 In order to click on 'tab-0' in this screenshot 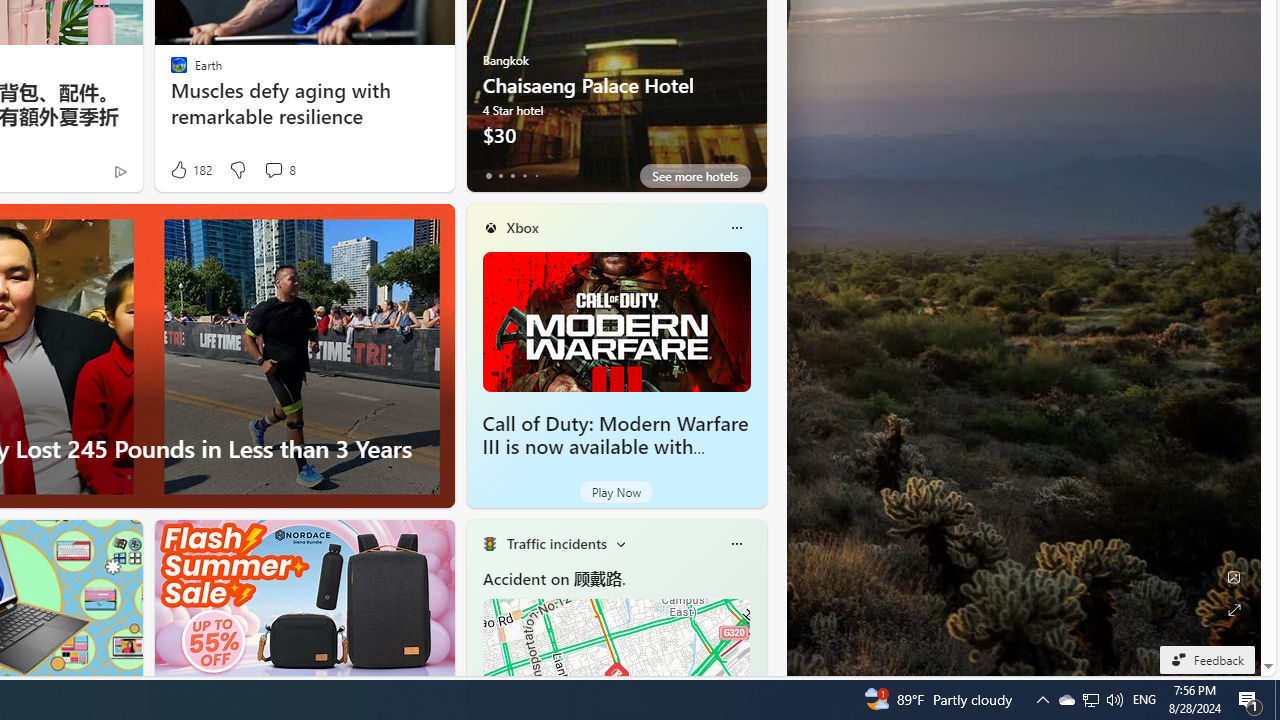, I will do `click(488, 175)`.